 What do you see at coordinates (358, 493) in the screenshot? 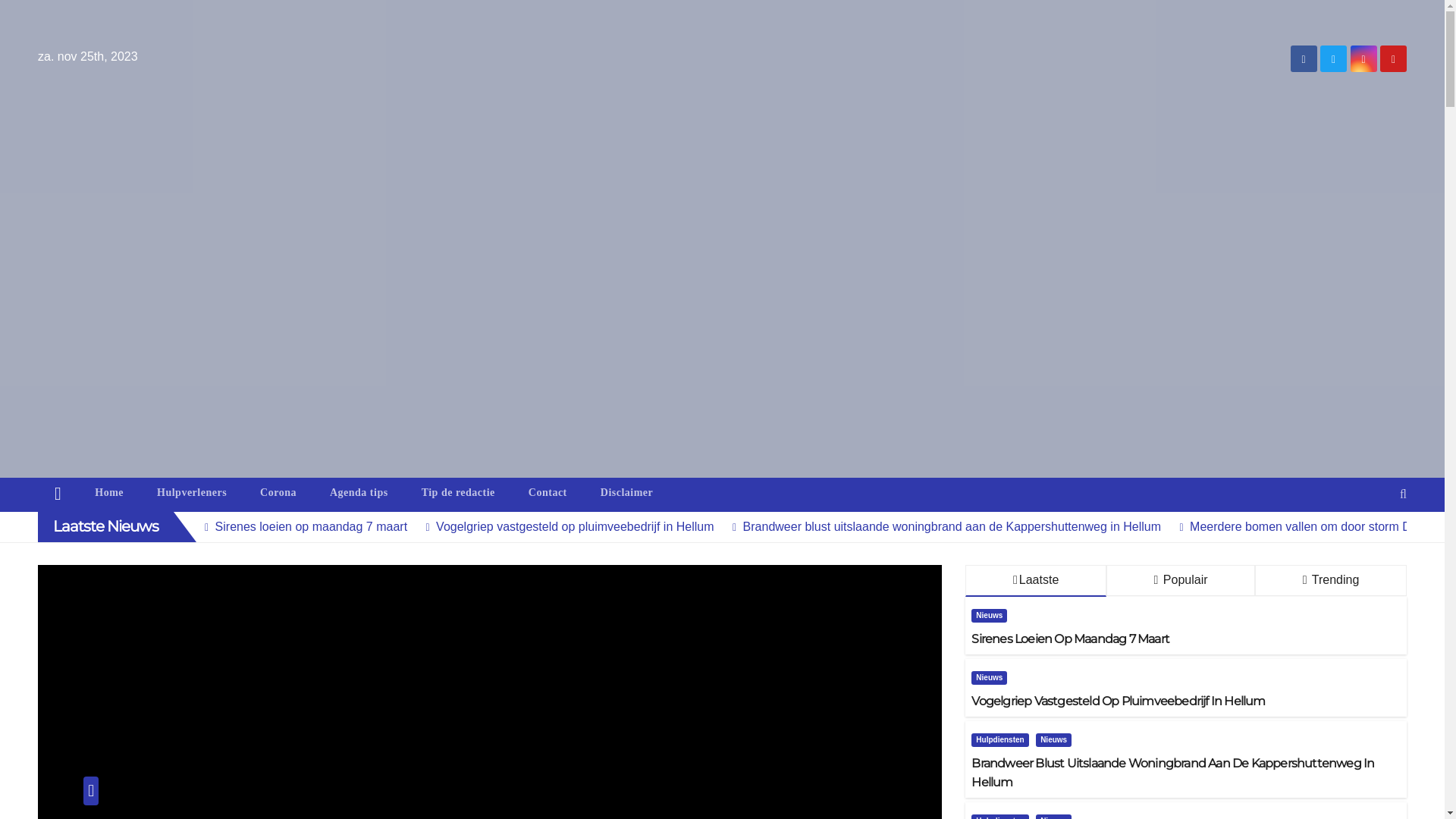
I see `'Agenda tips'` at bounding box center [358, 493].